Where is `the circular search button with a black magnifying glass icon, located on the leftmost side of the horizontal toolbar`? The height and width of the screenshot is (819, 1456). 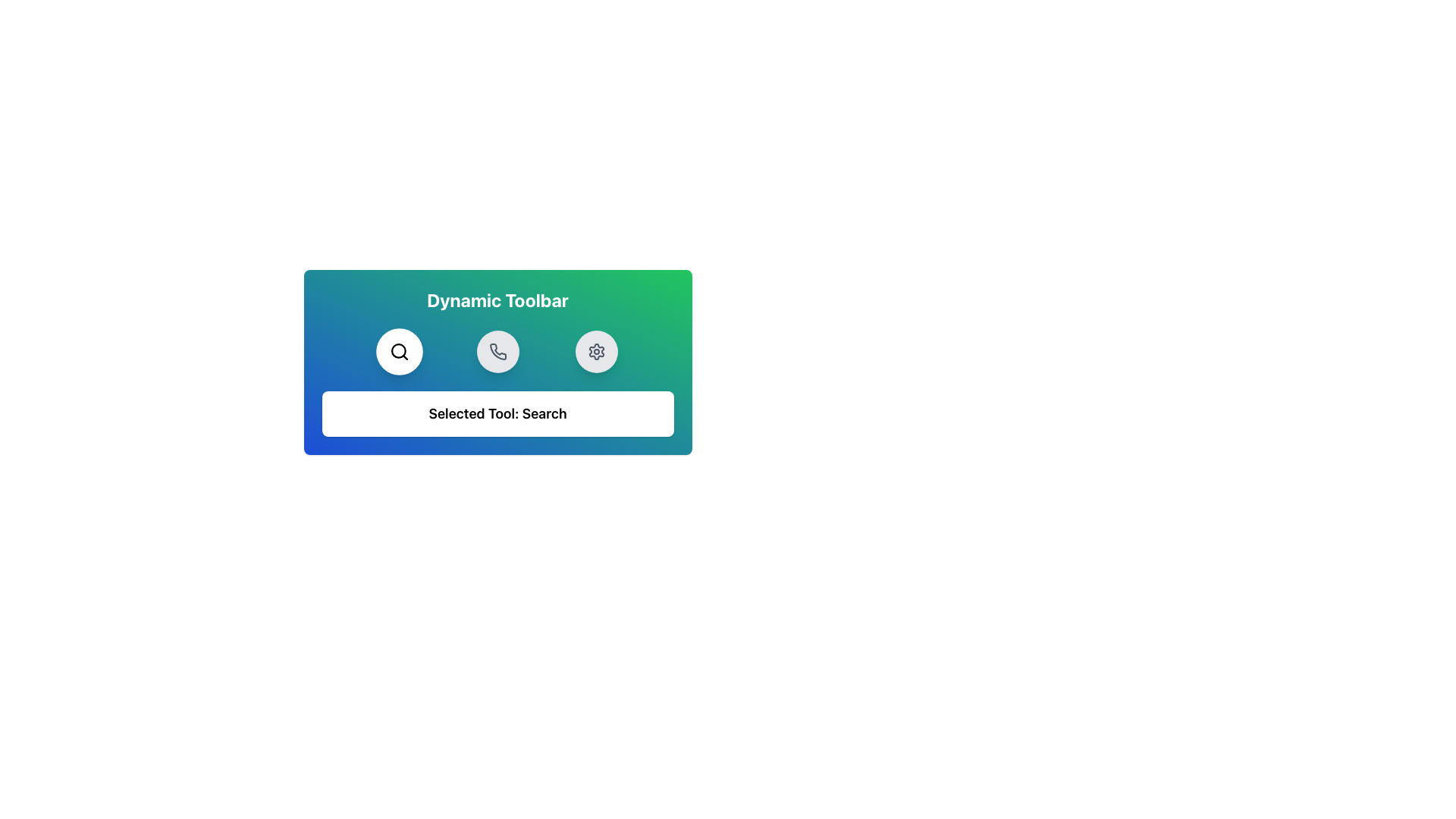 the circular search button with a black magnifying glass icon, located on the leftmost side of the horizontal toolbar is located at coordinates (399, 351).